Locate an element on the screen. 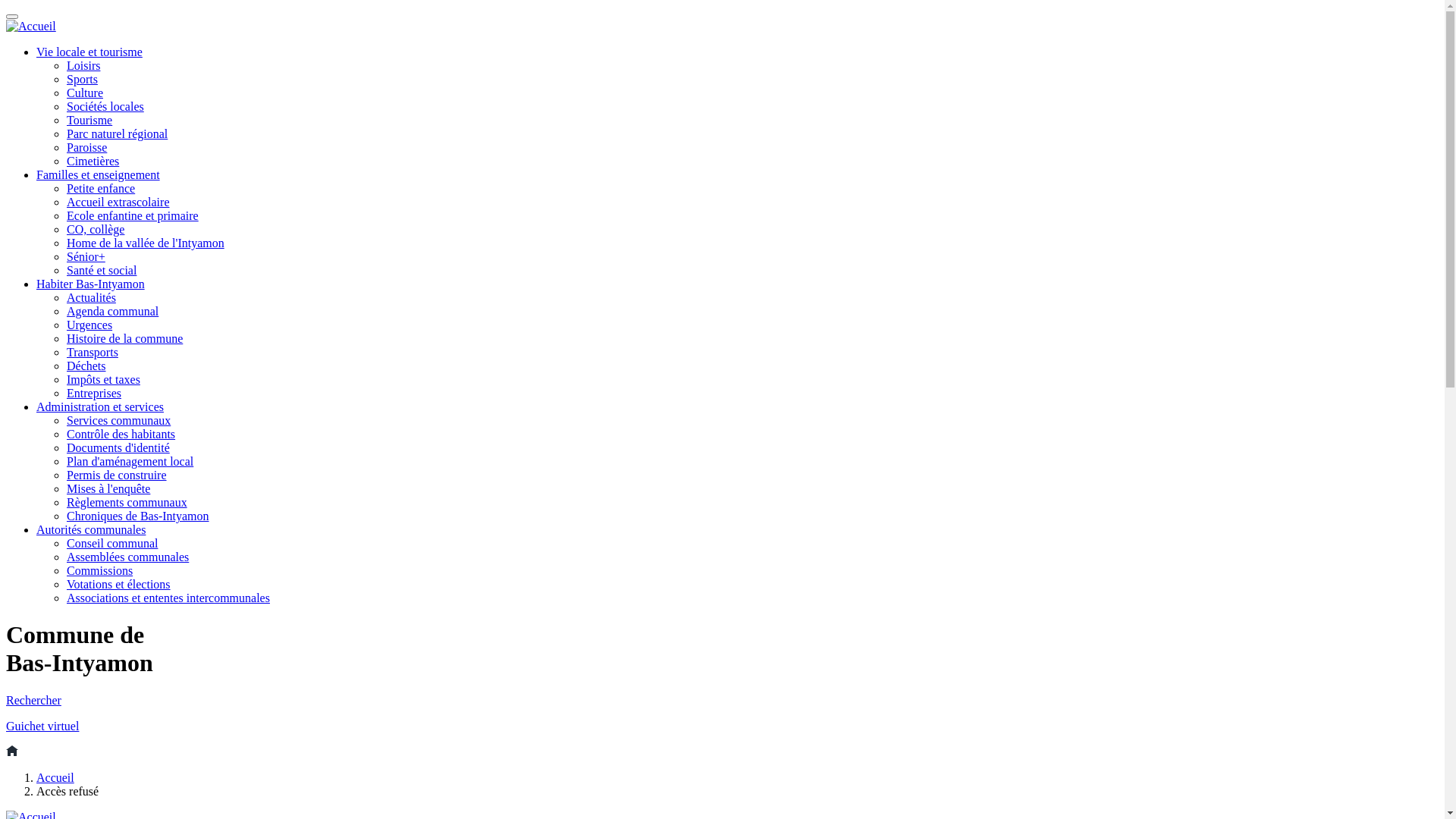 This screenshot has width=1456, height=819. 'Services communaux' is located at coordinates (118, 420).